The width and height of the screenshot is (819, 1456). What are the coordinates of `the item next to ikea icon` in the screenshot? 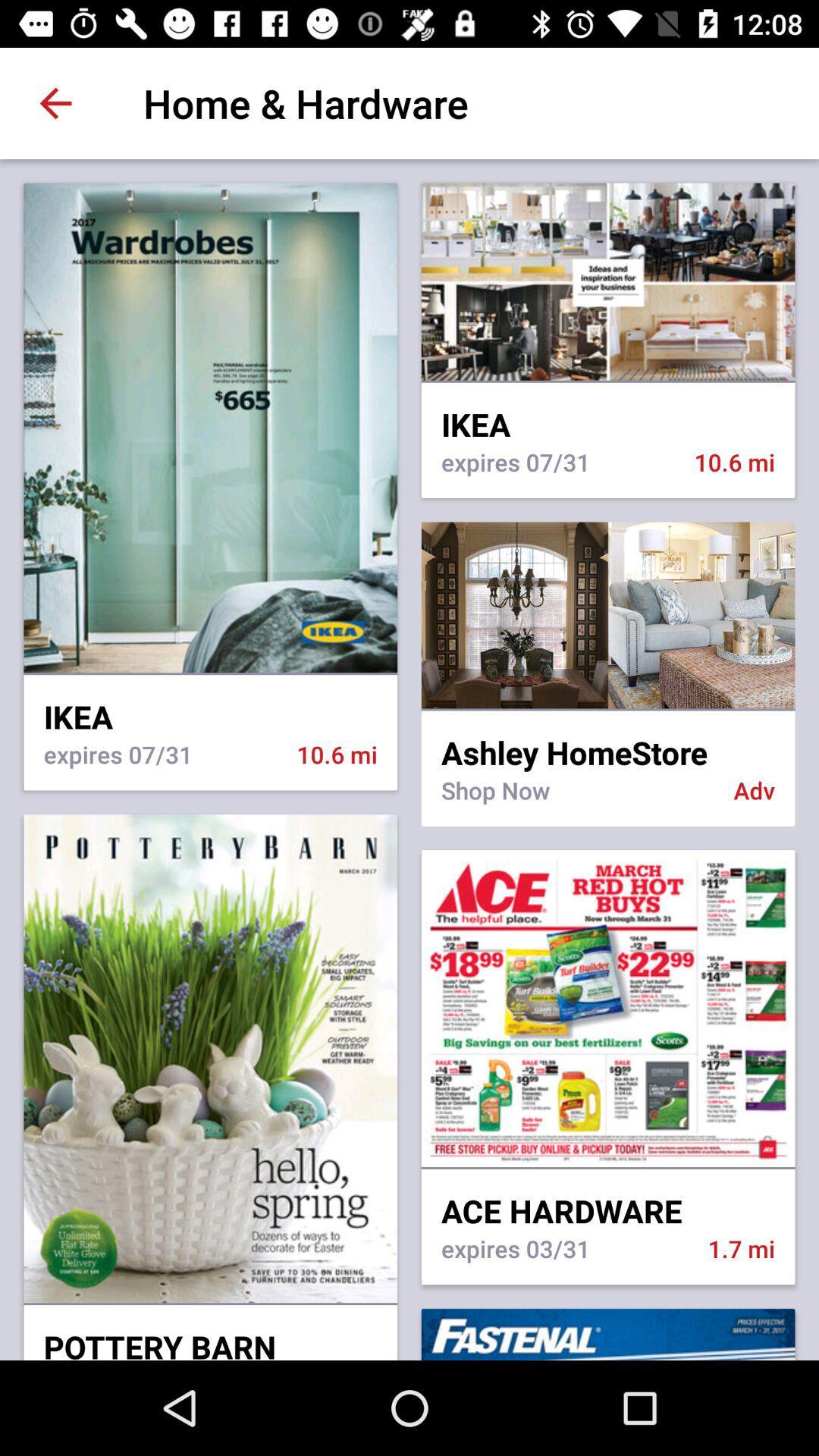 It's located at (607, 709).